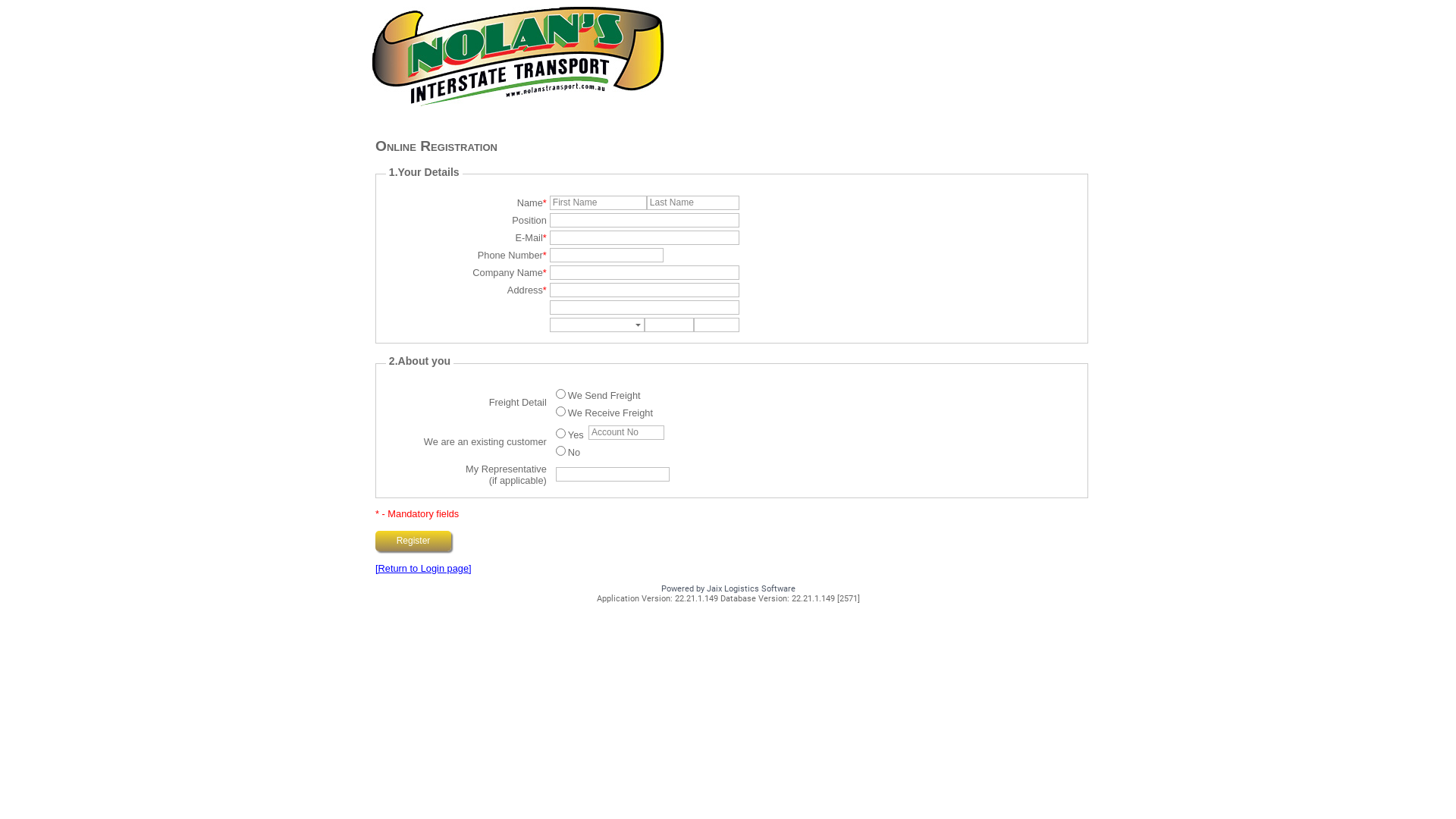  Describe the element at coordinates (555, 473) in the screenshot. I see `'Your Sales Repren'` at that location.